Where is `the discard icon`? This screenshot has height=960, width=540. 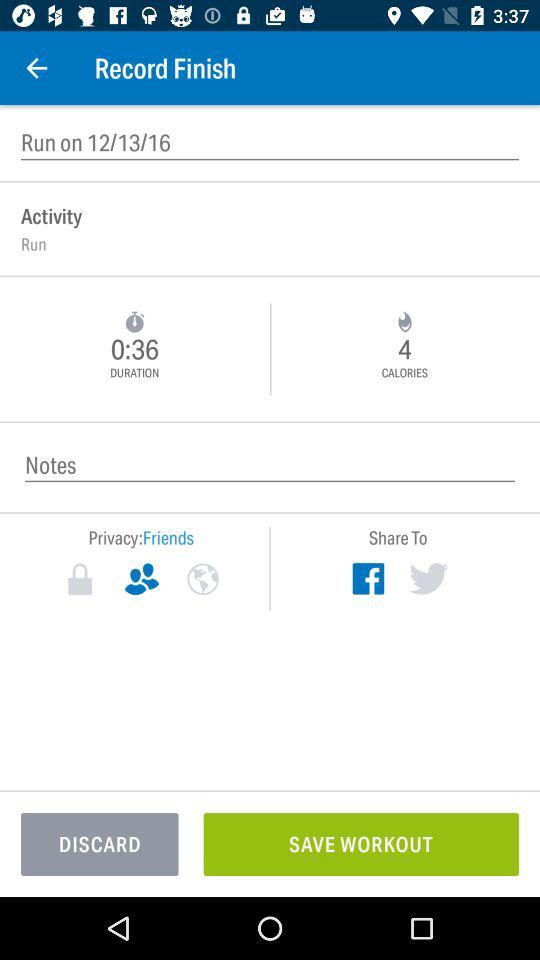
the discard icon is located at coordinates (98, 843).